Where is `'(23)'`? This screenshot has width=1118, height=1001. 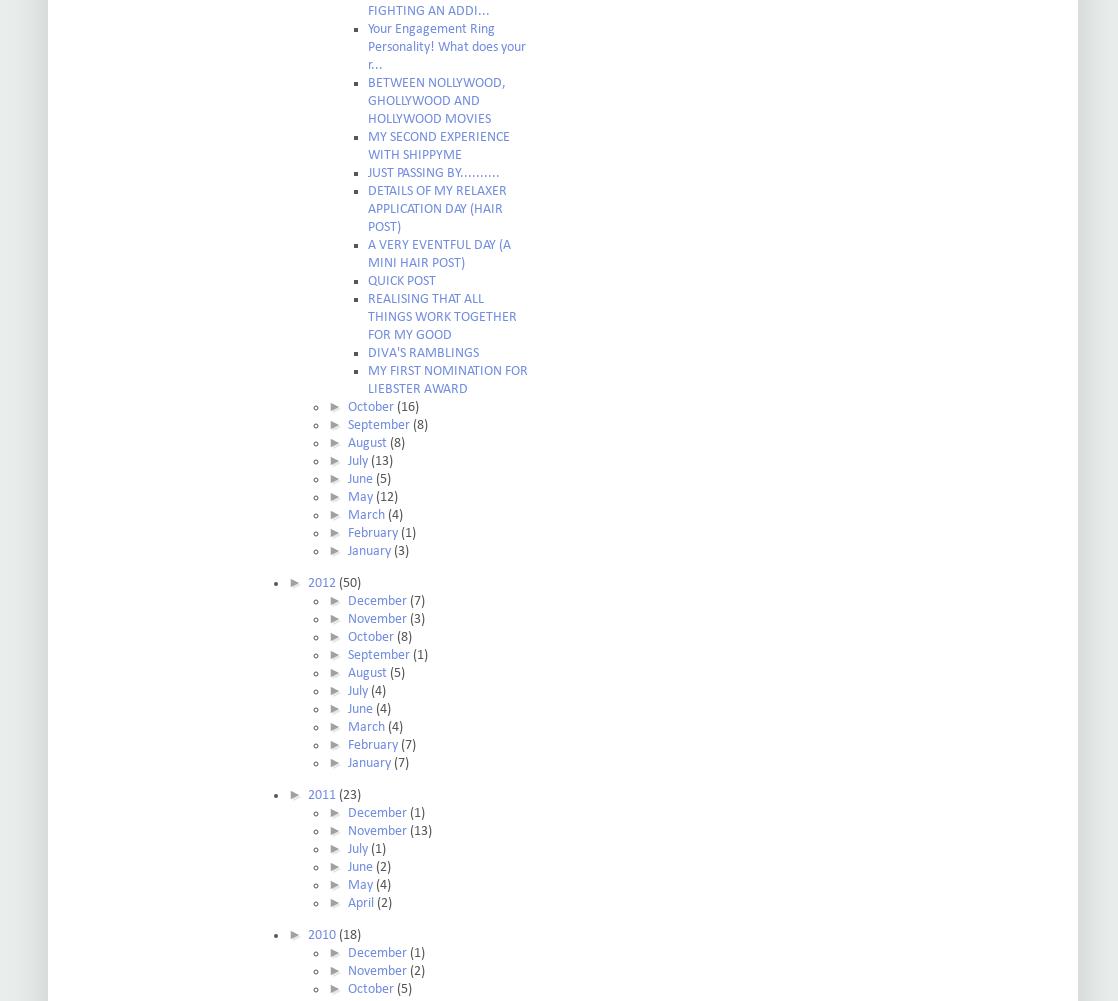 '(23)' is located at coordinates (348, 794).